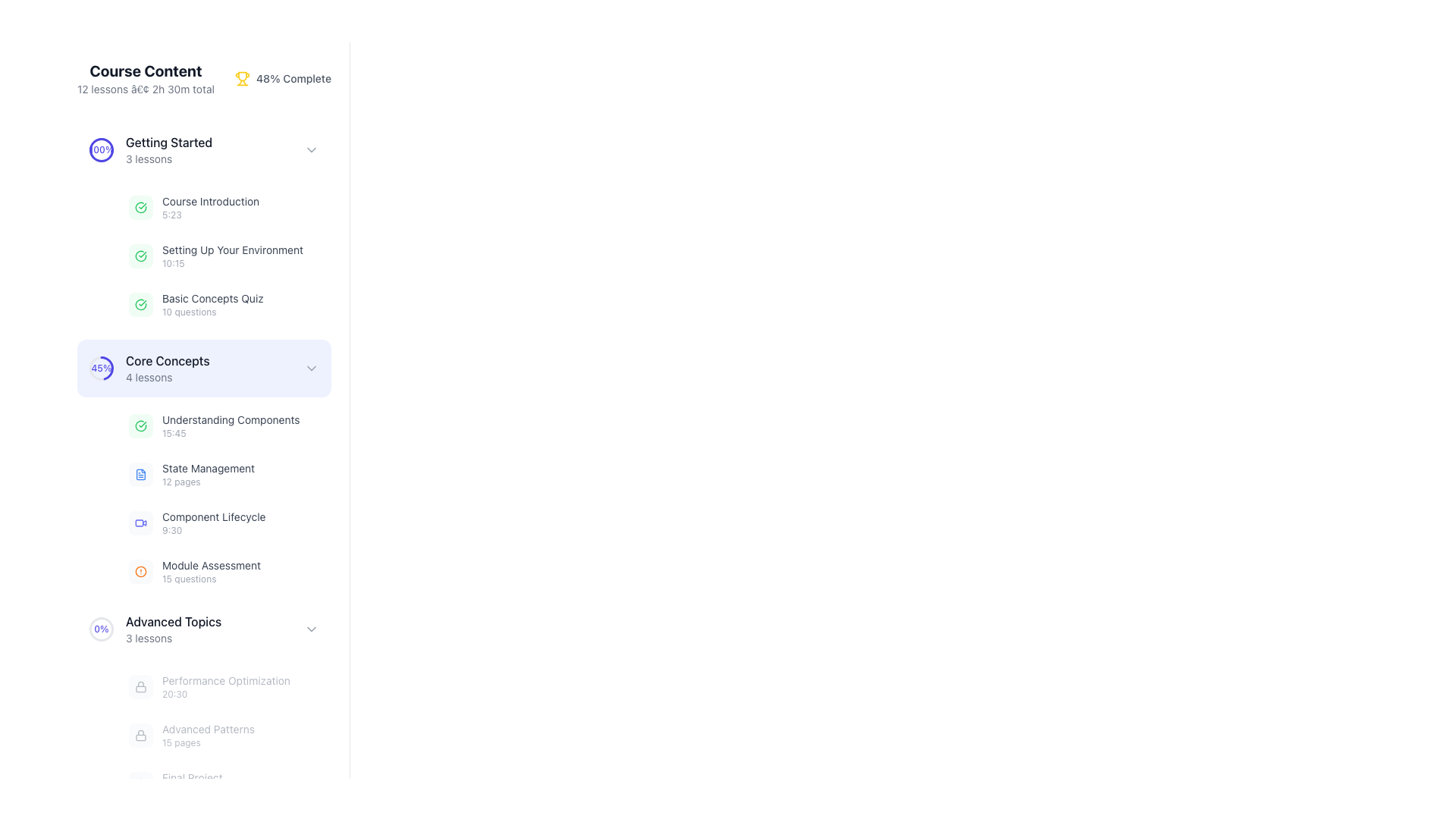 The image size is (1456, 819). Describe the element at coordinates (225, 680) in the screenshot. I see `the static text label displaying 'Performance Optimization' located in the 'Advanced Topics' section, positioned above the duration text '20:30'` at that location.